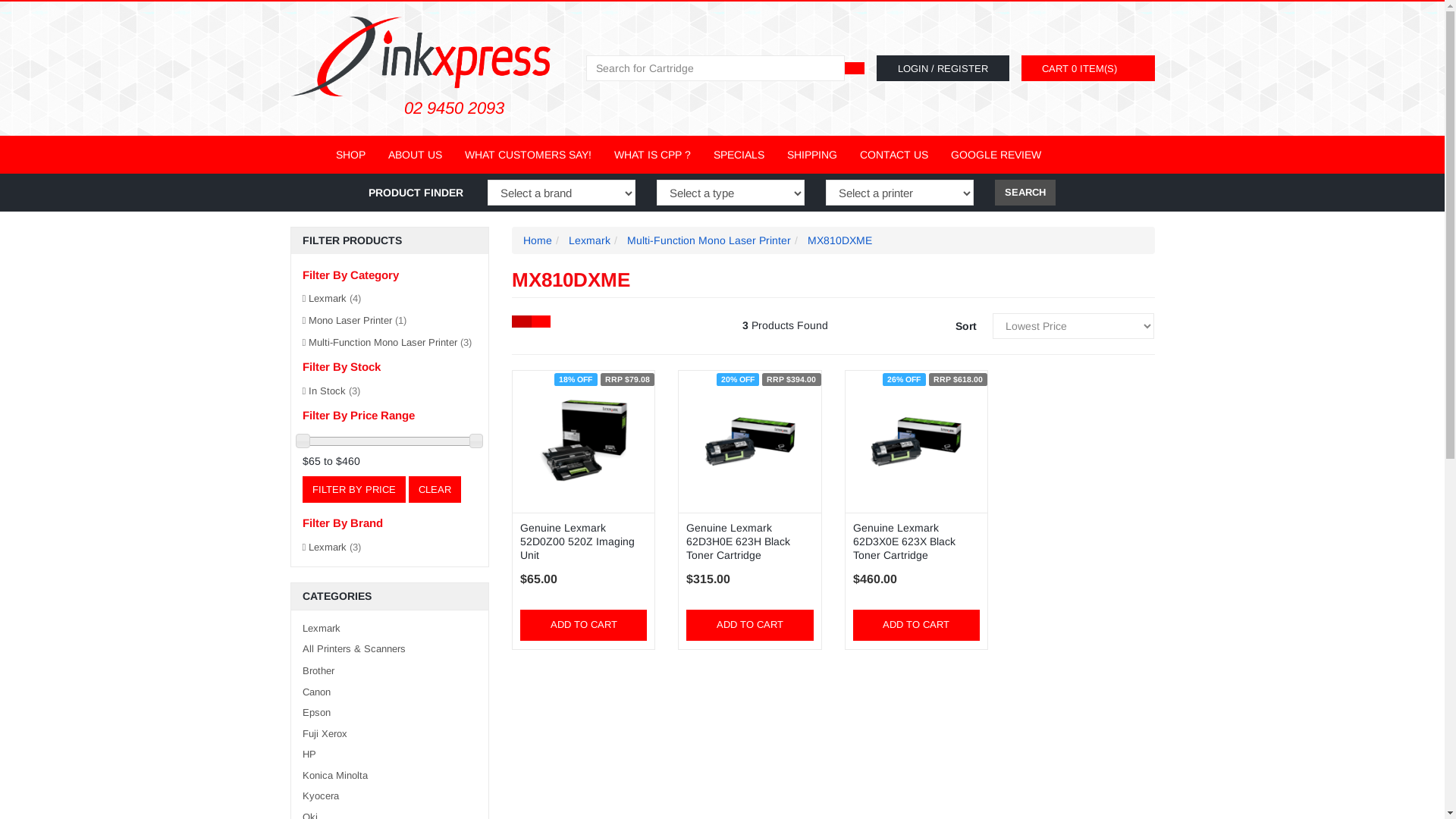  What do you see at coordinates (528, 155) in the screenshot?
I see `'WHAT CUSTOMERS SAY!'` at bounding box center [528, 155].